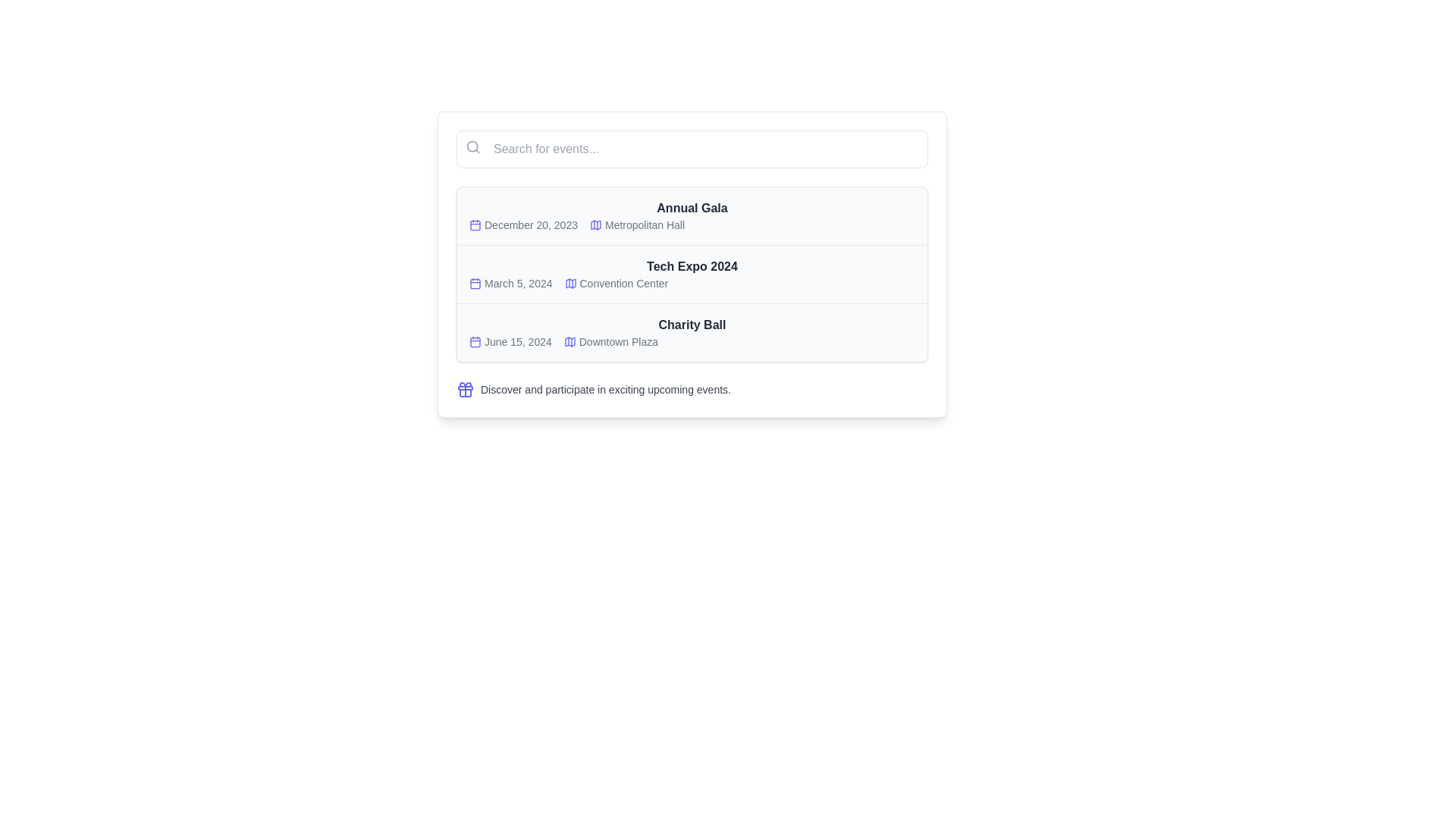  I want to click on date information for the event 'Tech Expo 2024' located in the second row of the event list, to the left of the text 'Tech Expo 2024', so click(510, 284).